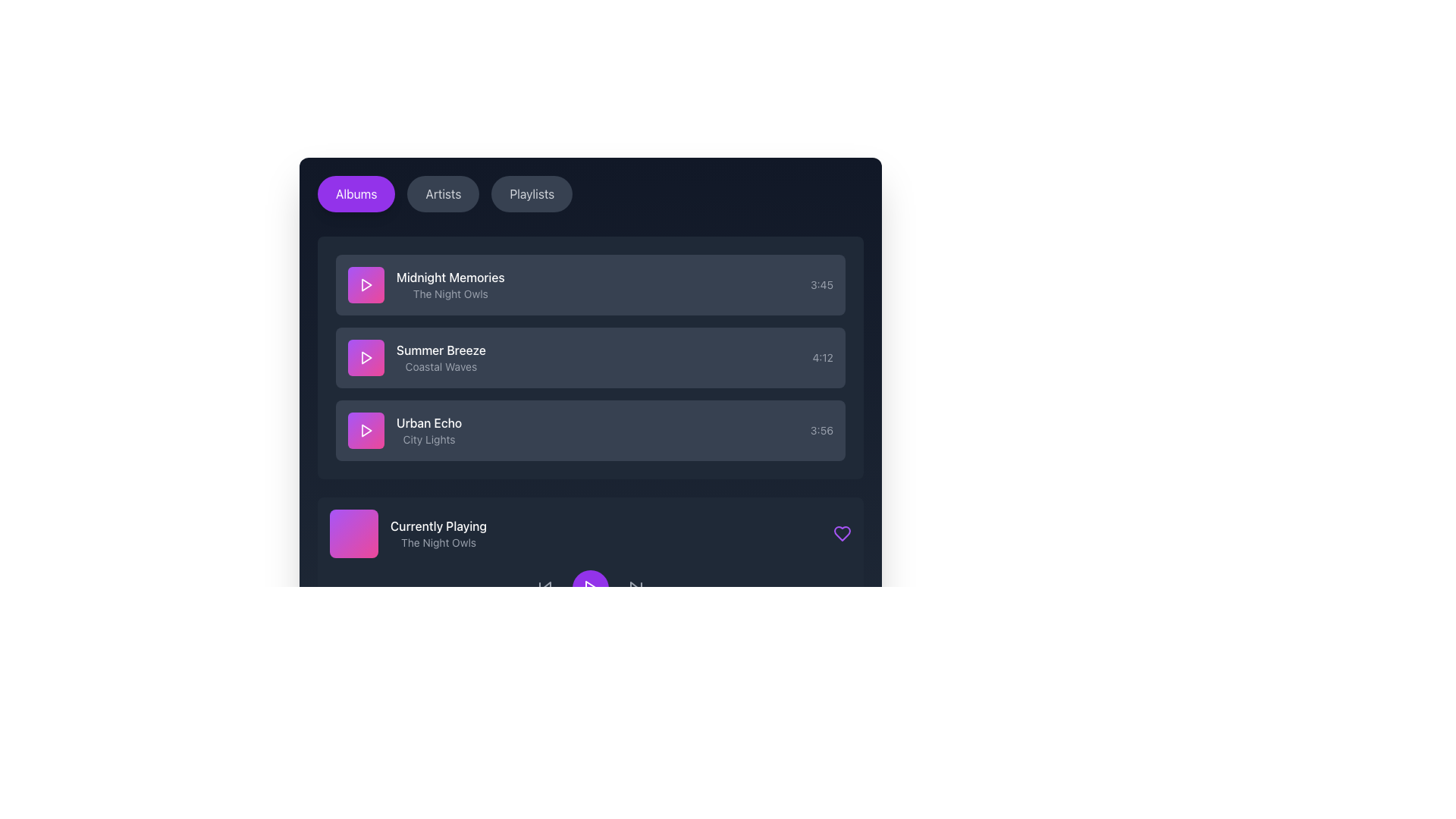 The height and width of the screenshot is (819, 1456). Describe the element at coordinates (438, 542) in the screenshot. I see `the static text element displaying 'The Night Owls', which is styled in light gray and positioned beneath the 'Currently Playing' text within a dark background` at that location.